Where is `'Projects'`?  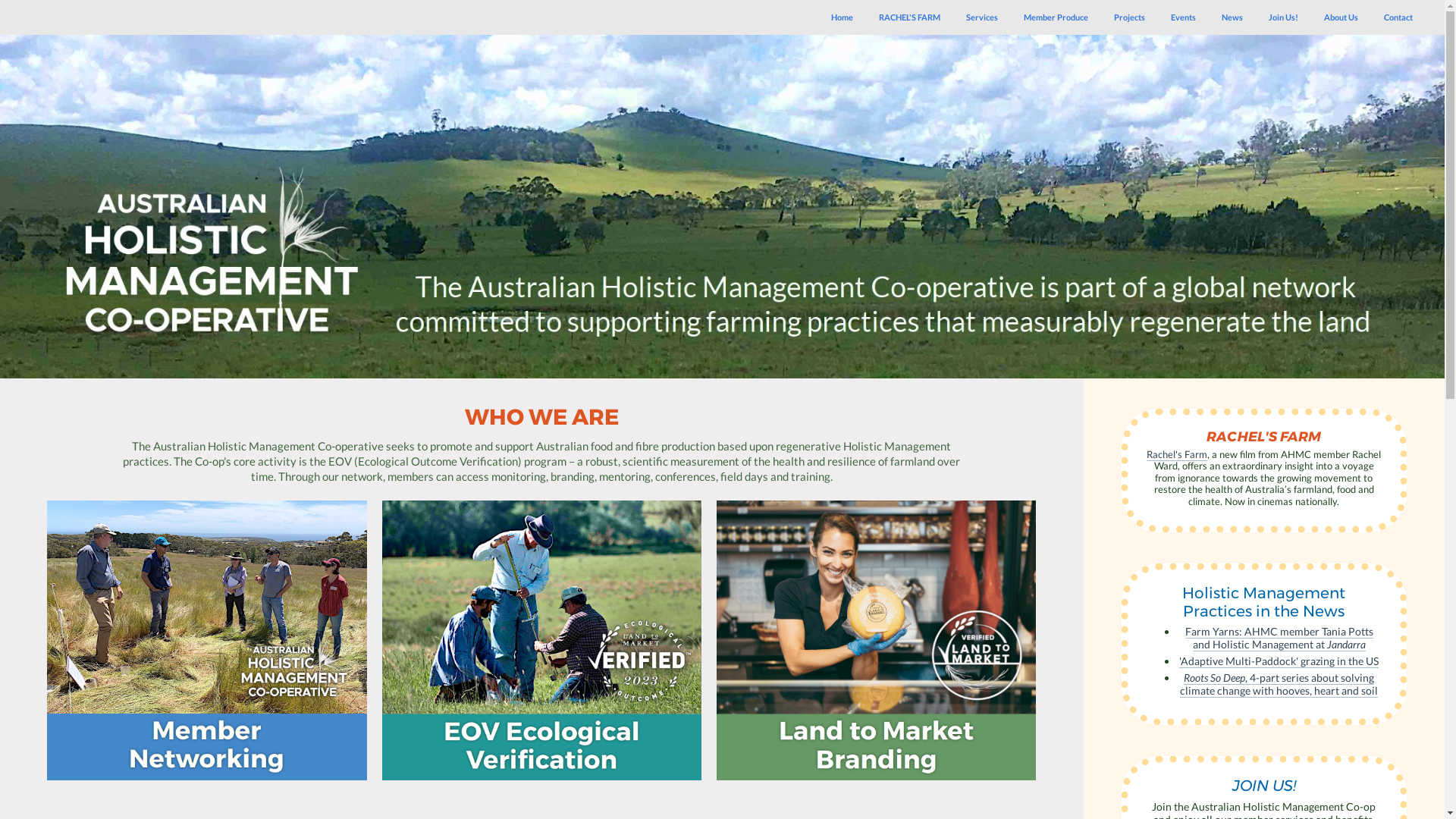
'Projects' is located at coordinates (1129, 17).